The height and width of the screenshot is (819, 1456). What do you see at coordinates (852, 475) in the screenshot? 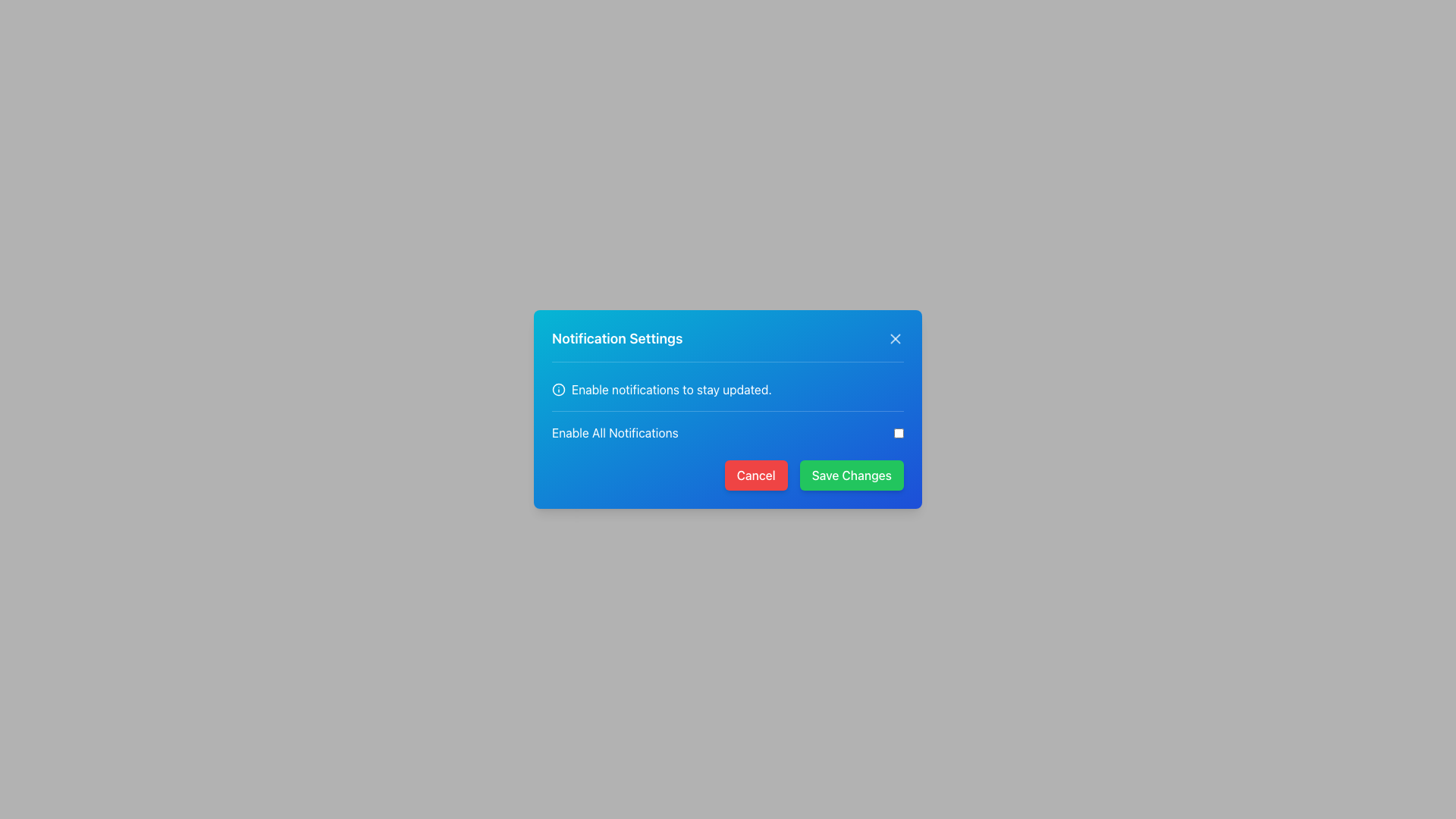
I see `the 'Save Changes' button, which is a green button with white text located at the bottom-right of the modal interface, to confirm changes` at bounding box center [852, 475].